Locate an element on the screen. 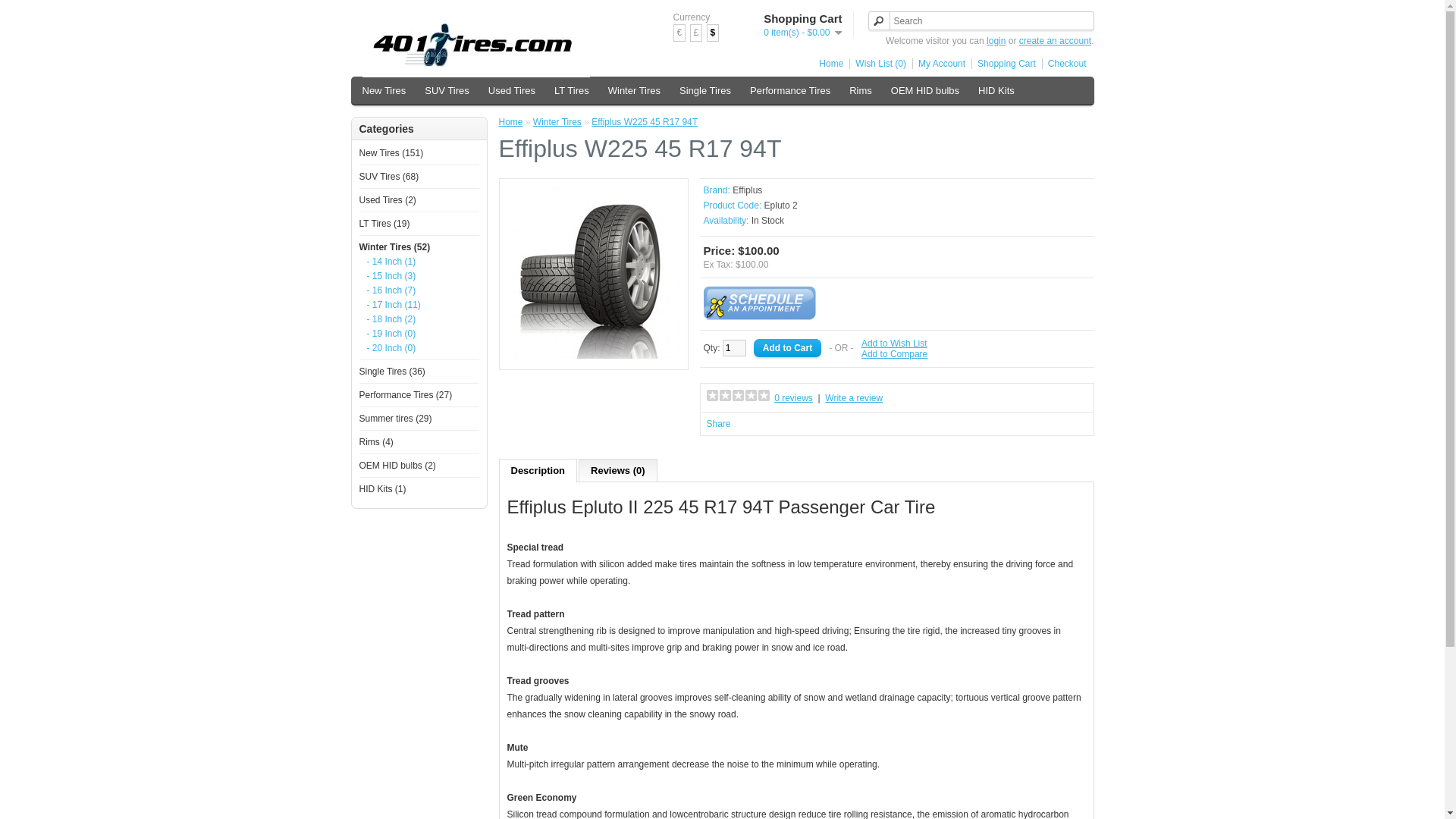  'Winter Tires (52)' is located at coordinates (395, 246).